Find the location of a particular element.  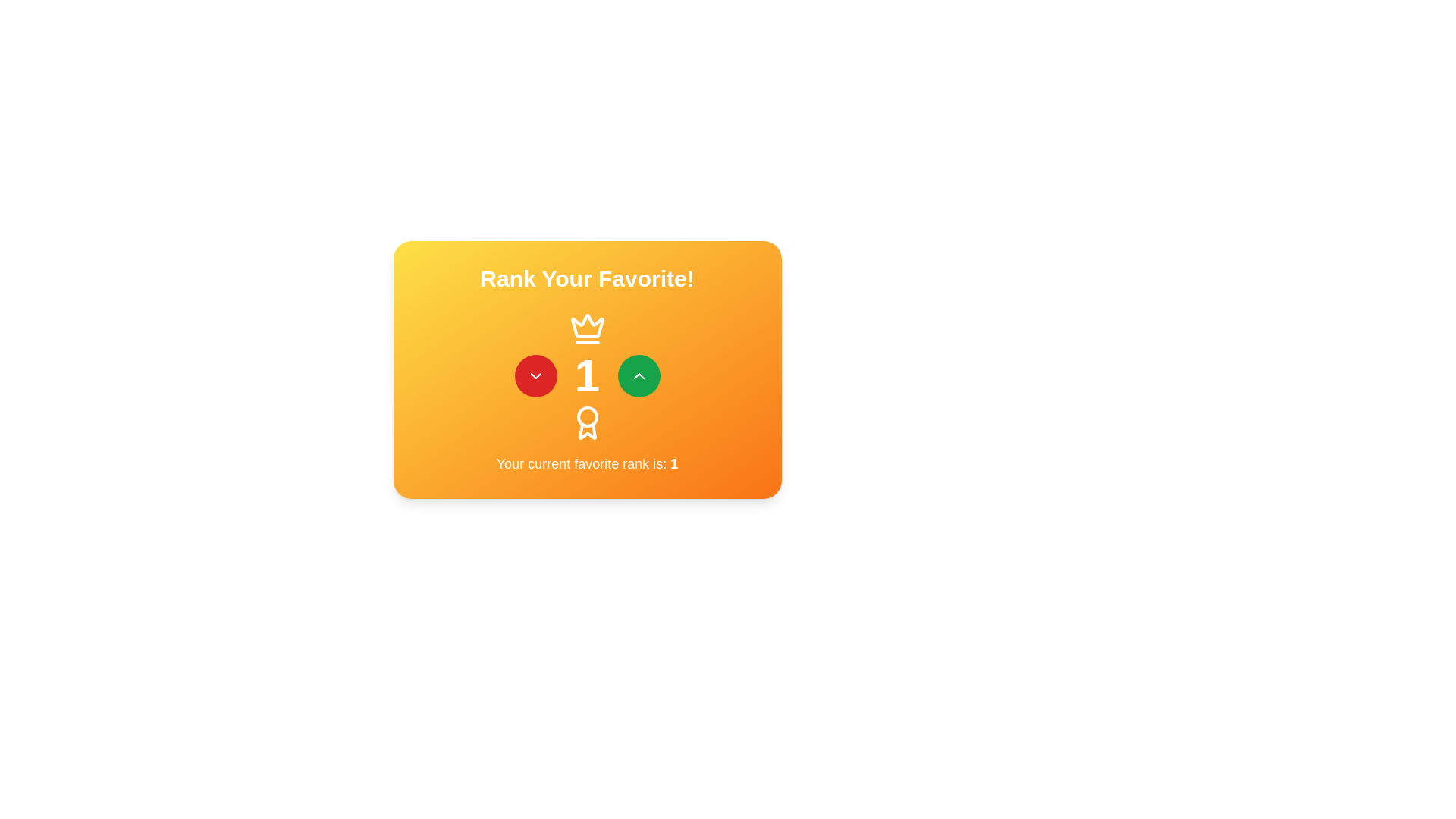

the crown icon representing the ranking feature located at the center of the card widget, positioned above the number '1' is located at coordinates (586, 325).